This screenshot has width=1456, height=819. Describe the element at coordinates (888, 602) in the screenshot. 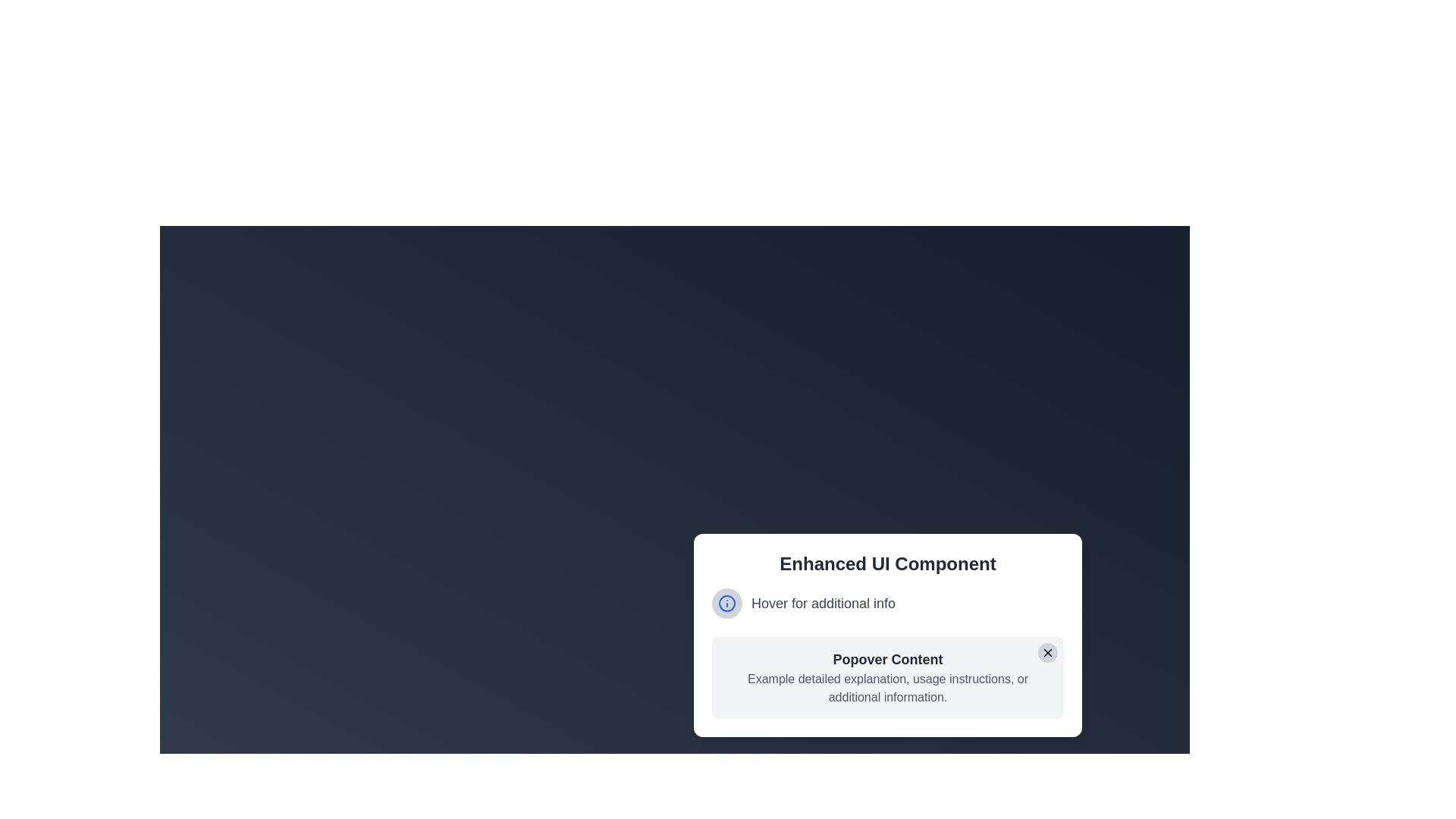

I see `the interactive label located beneath the heading 'Enhanced UI Component' and above the section titled 'Popover Content', which reveals a tooltip with additional guidance` at that location.